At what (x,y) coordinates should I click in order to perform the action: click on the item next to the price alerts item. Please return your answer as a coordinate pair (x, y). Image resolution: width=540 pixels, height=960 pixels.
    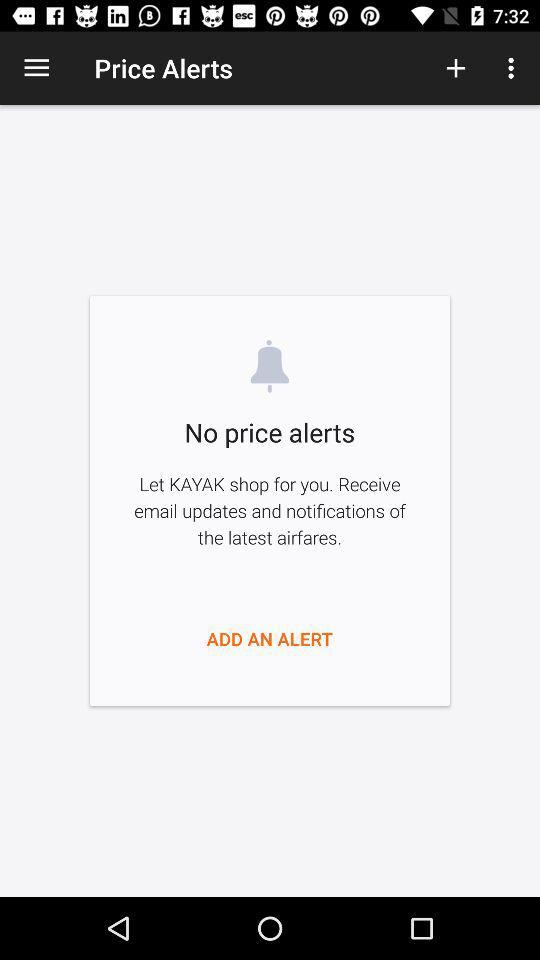
    Looking at the image, I should click on (36, 68).